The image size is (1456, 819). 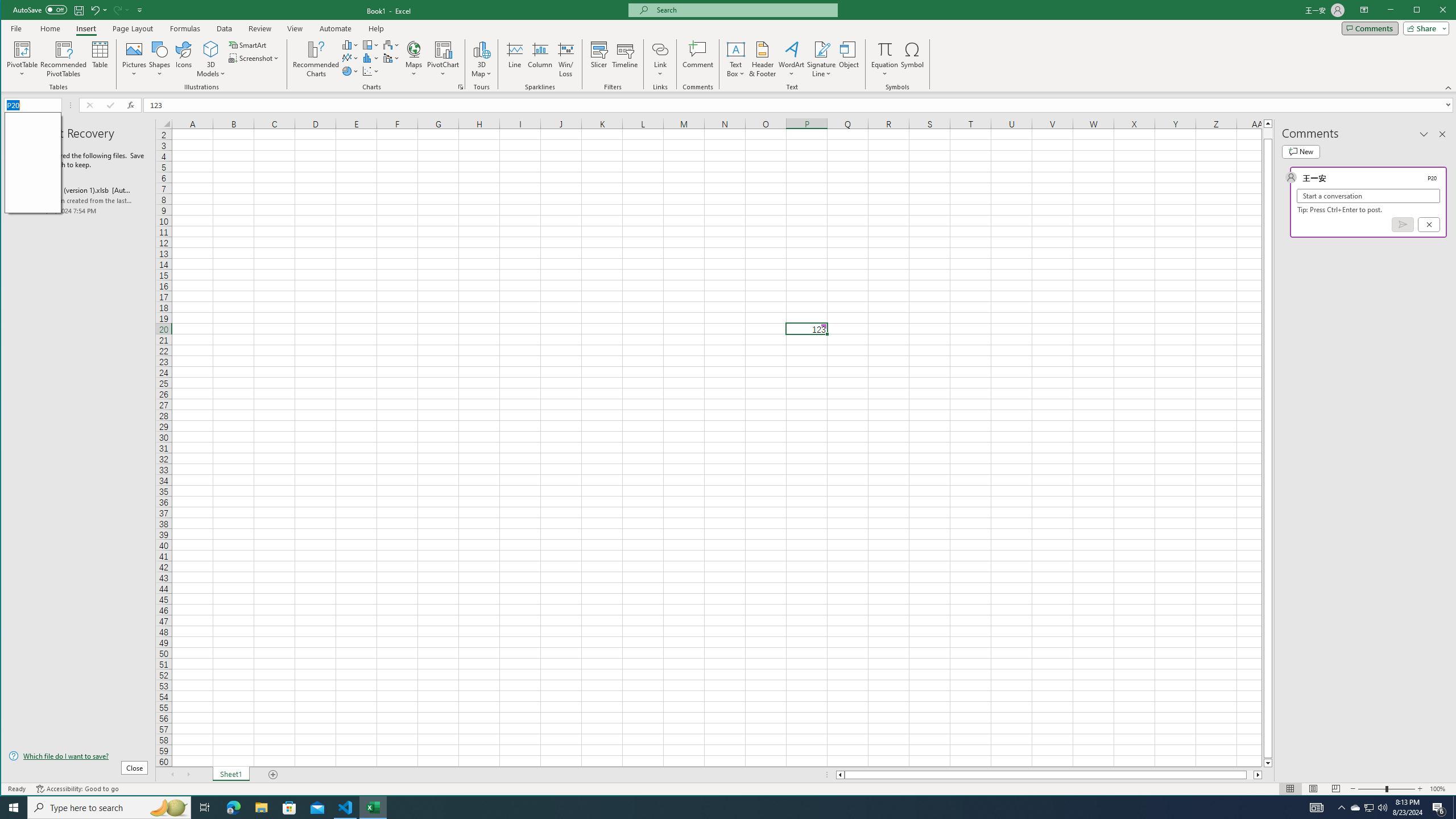 I want to click on 'Text Box', so click(x=735, y=59).